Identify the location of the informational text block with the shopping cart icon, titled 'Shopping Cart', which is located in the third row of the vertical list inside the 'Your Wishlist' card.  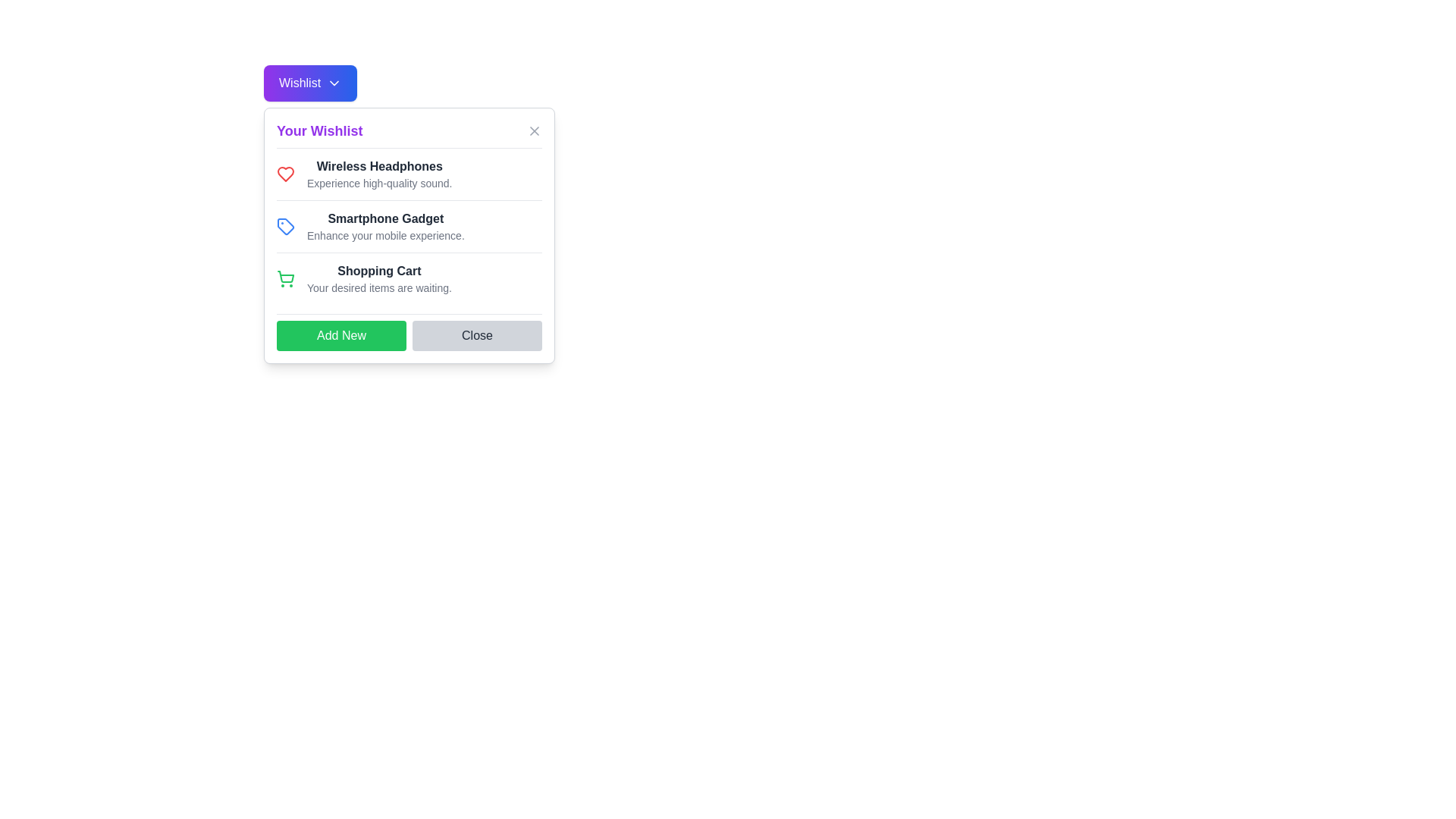
(409, 278).